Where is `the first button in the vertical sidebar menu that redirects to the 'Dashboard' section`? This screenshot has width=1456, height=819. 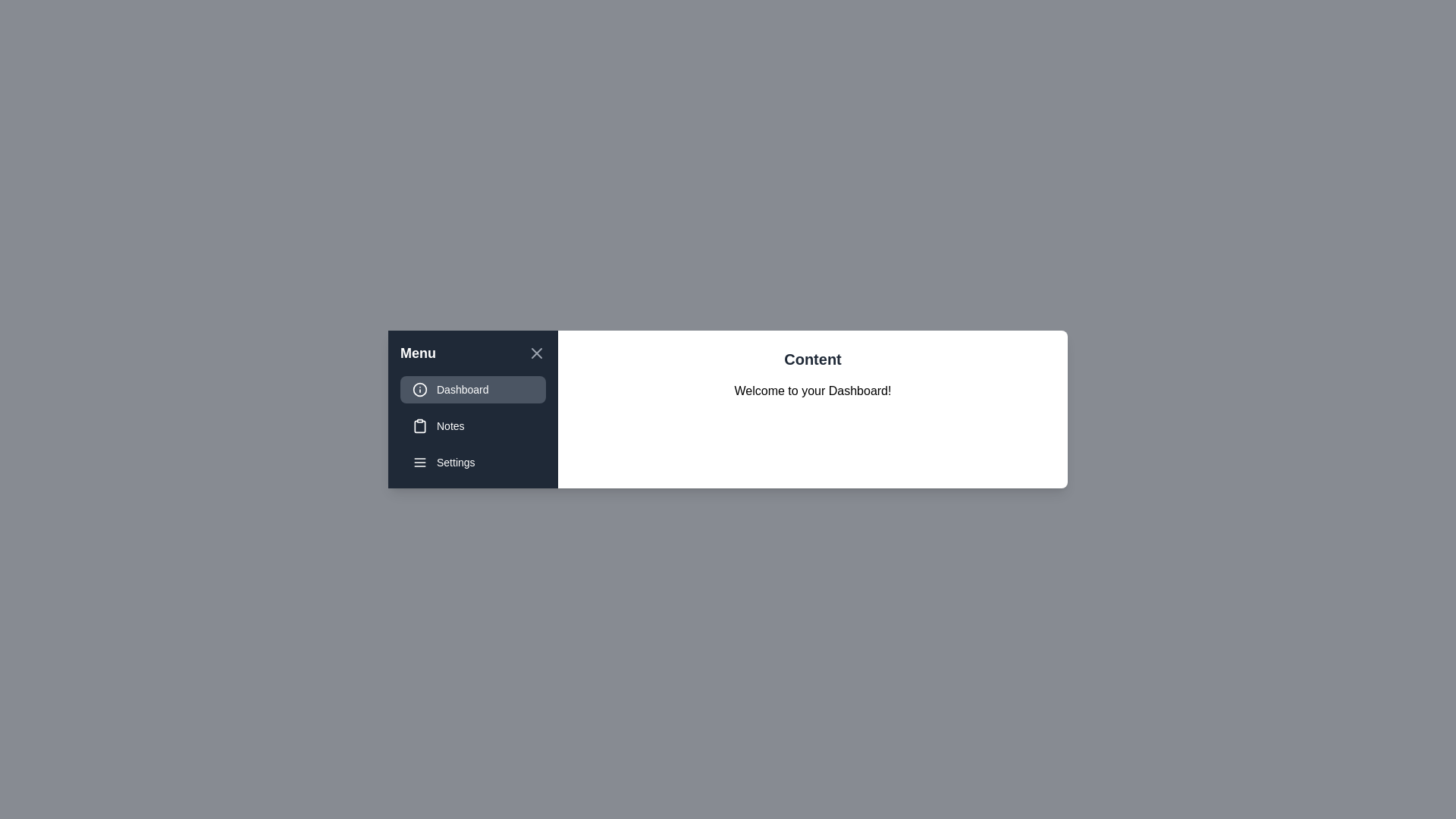
the first button in the vertical sidebar menu that redirects to the 'Dashboard' section is located at coordinates (472, 388).